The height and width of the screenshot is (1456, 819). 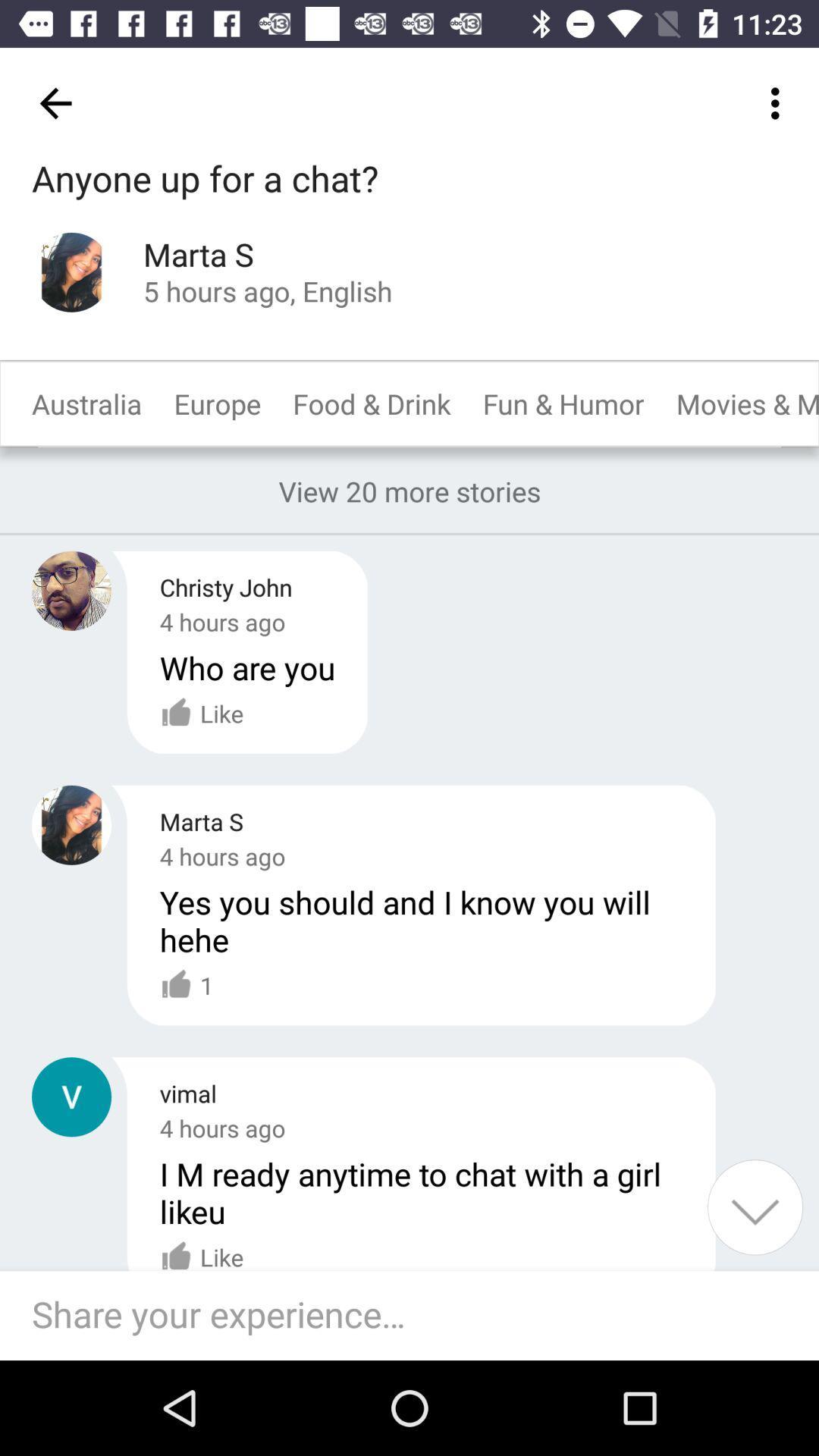 I want to click on drop down symbol at the bottom right corner of the page, so click(x=755, y=1207).